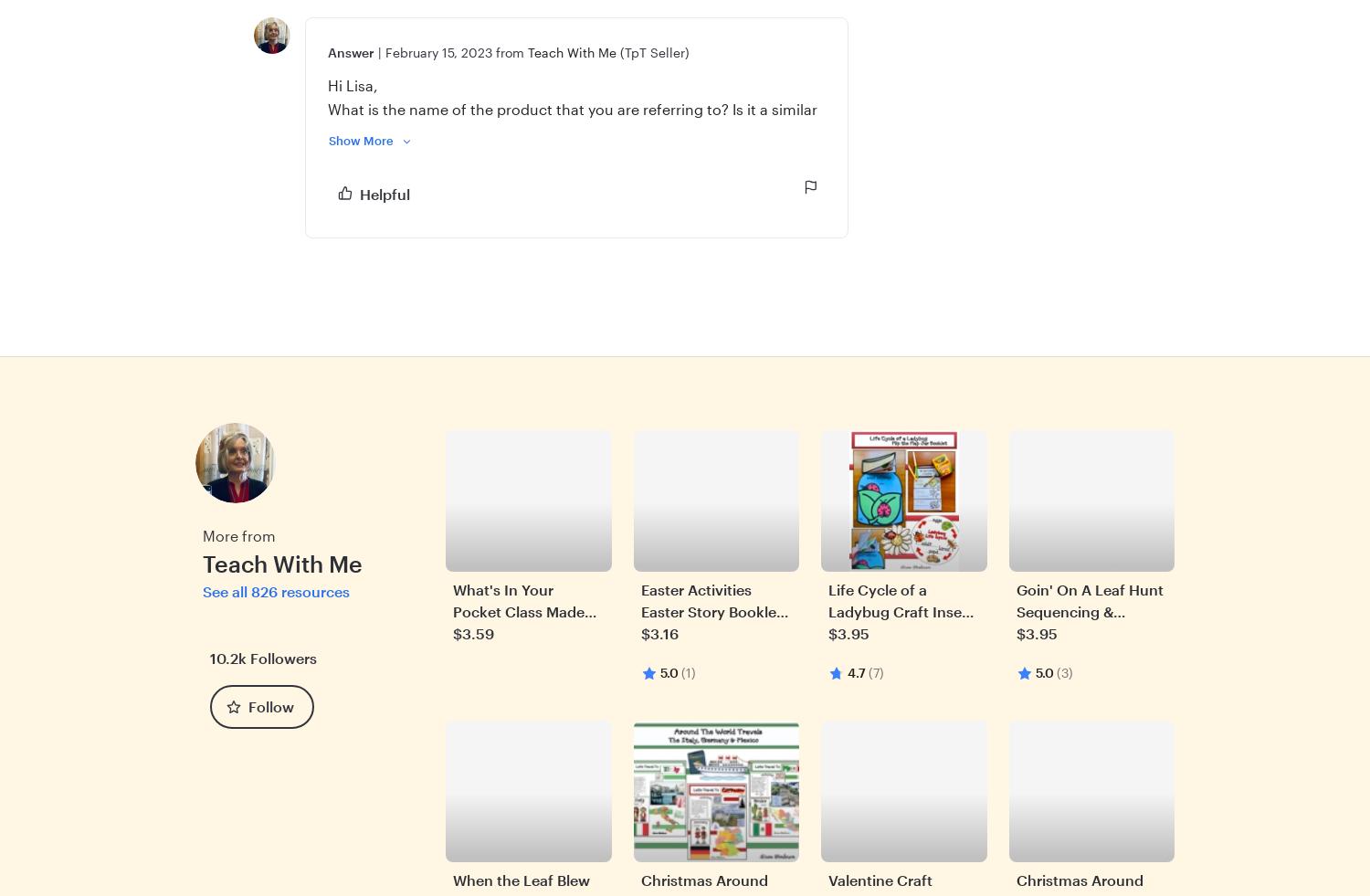 This screenshot has width=1370, height=896. I want to click on '(1)', so click(688, 672).